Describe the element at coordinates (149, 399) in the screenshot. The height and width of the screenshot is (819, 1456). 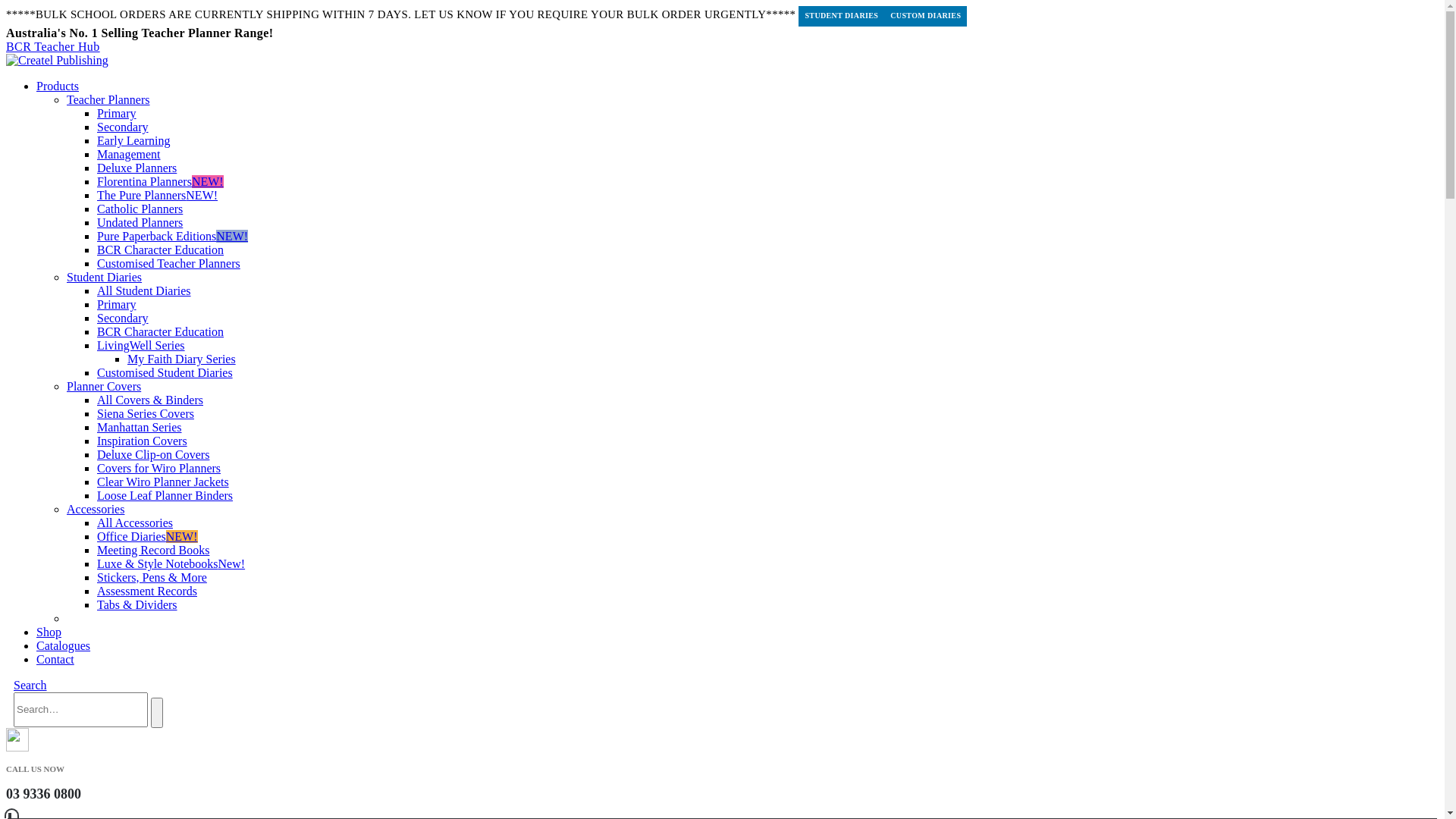
I see `'All Covers & Binders'` at that location.